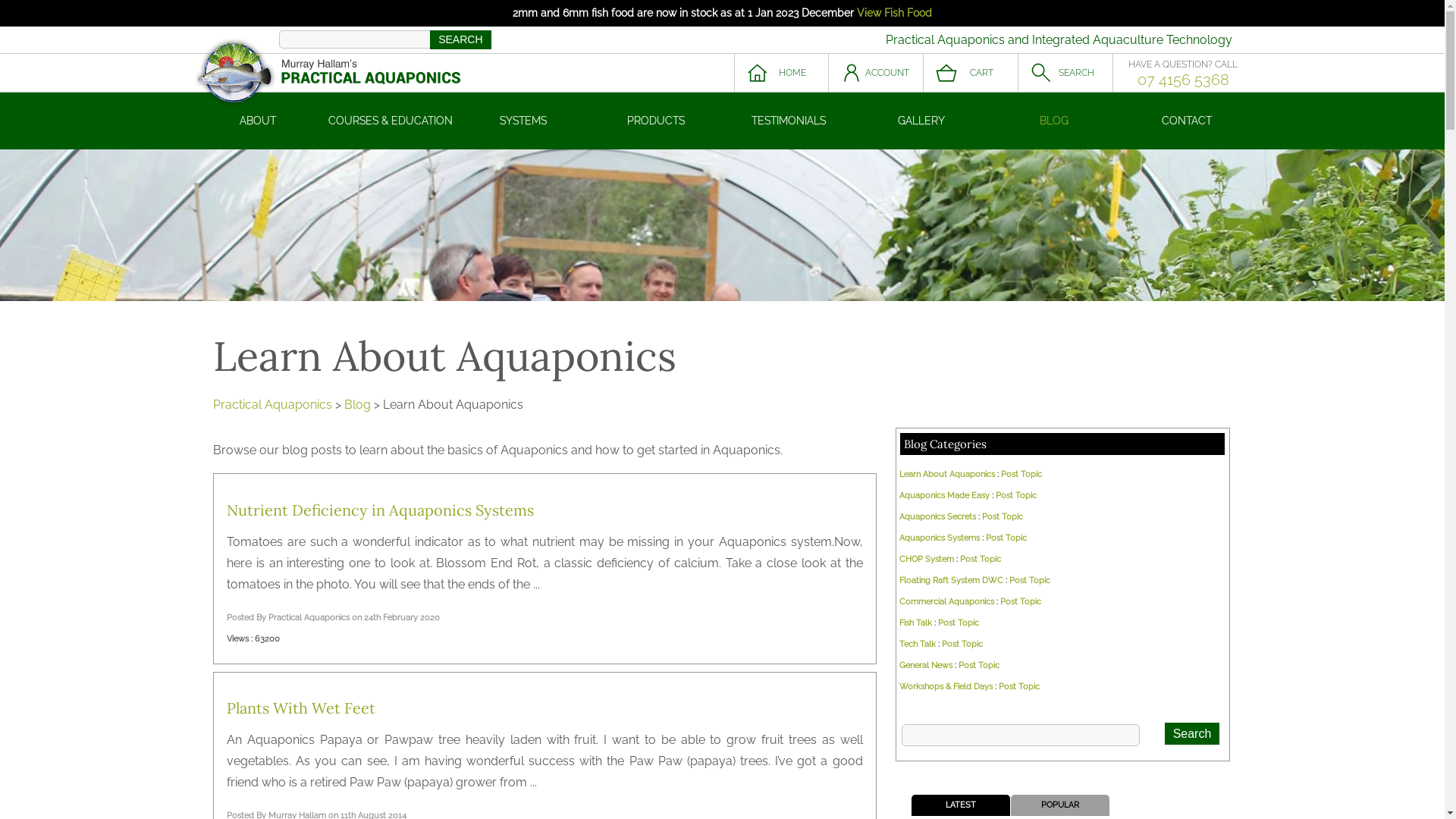  Describe the element at coordinates (656, 120) in the screenshot. I see `'PRODUCTS'` at that location.